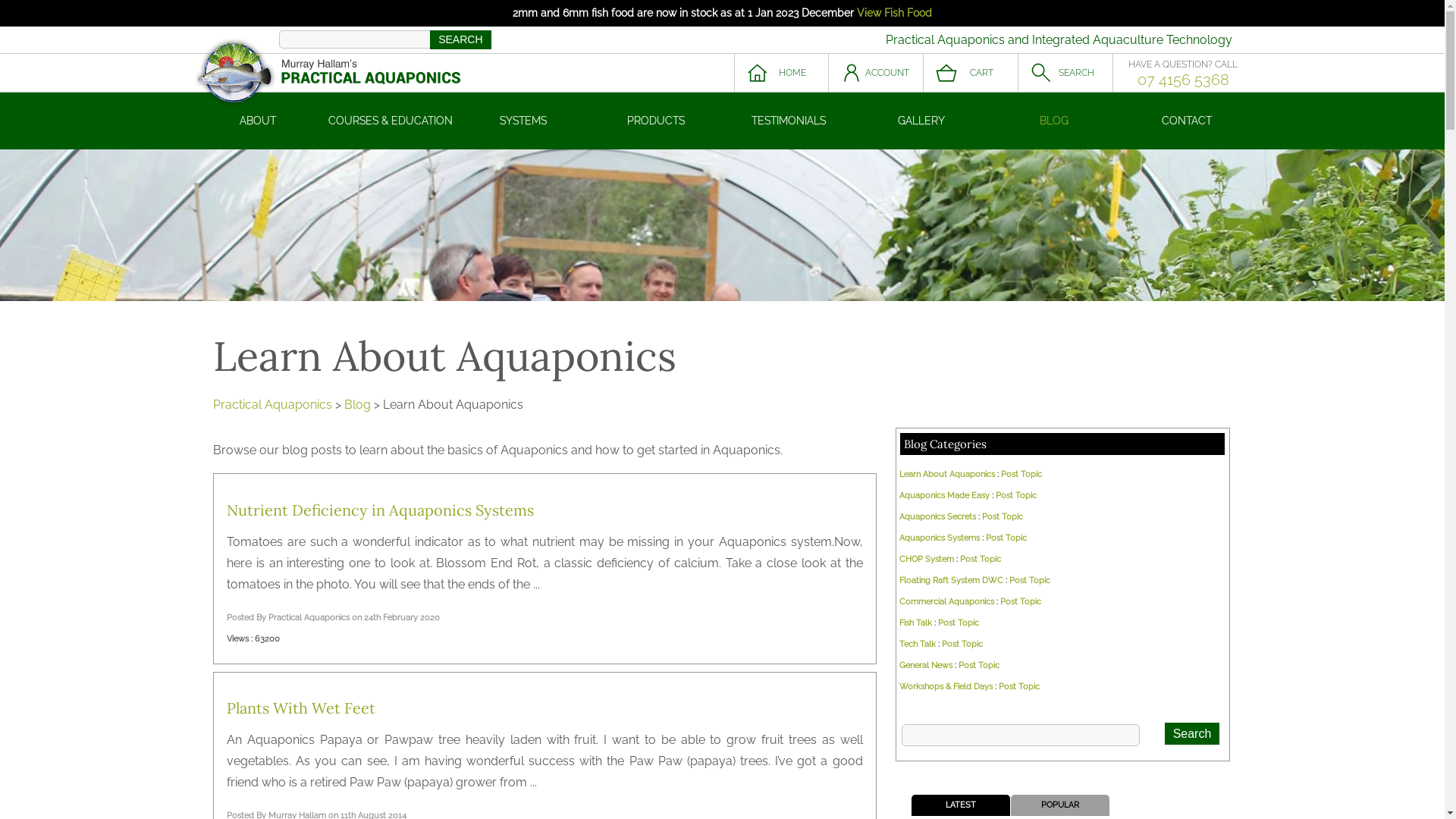  Describe the element at coordinates (656, 120) in the screenshot. I see `'PRODUCTS'` at that location.